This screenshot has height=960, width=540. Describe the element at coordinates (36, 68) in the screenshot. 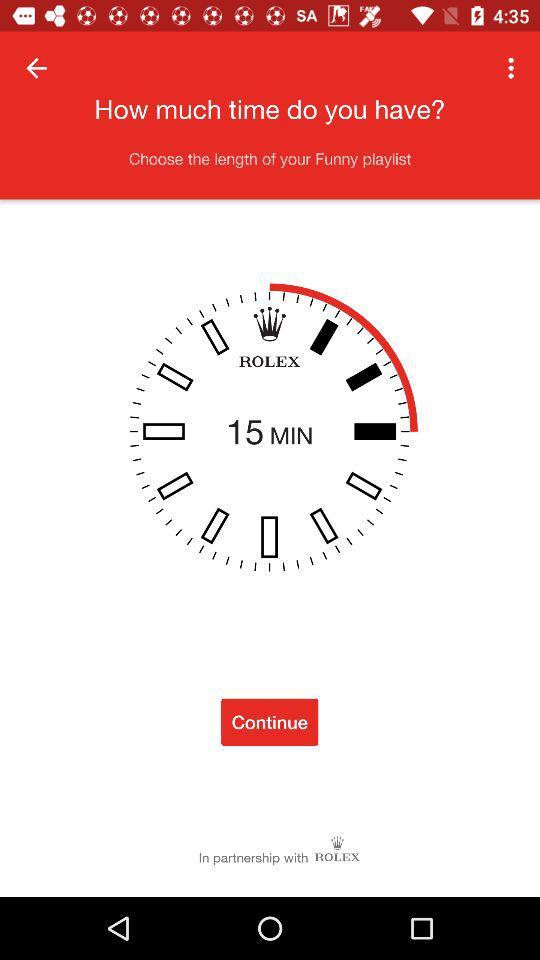

I see `item above choose the length icon` at that location.